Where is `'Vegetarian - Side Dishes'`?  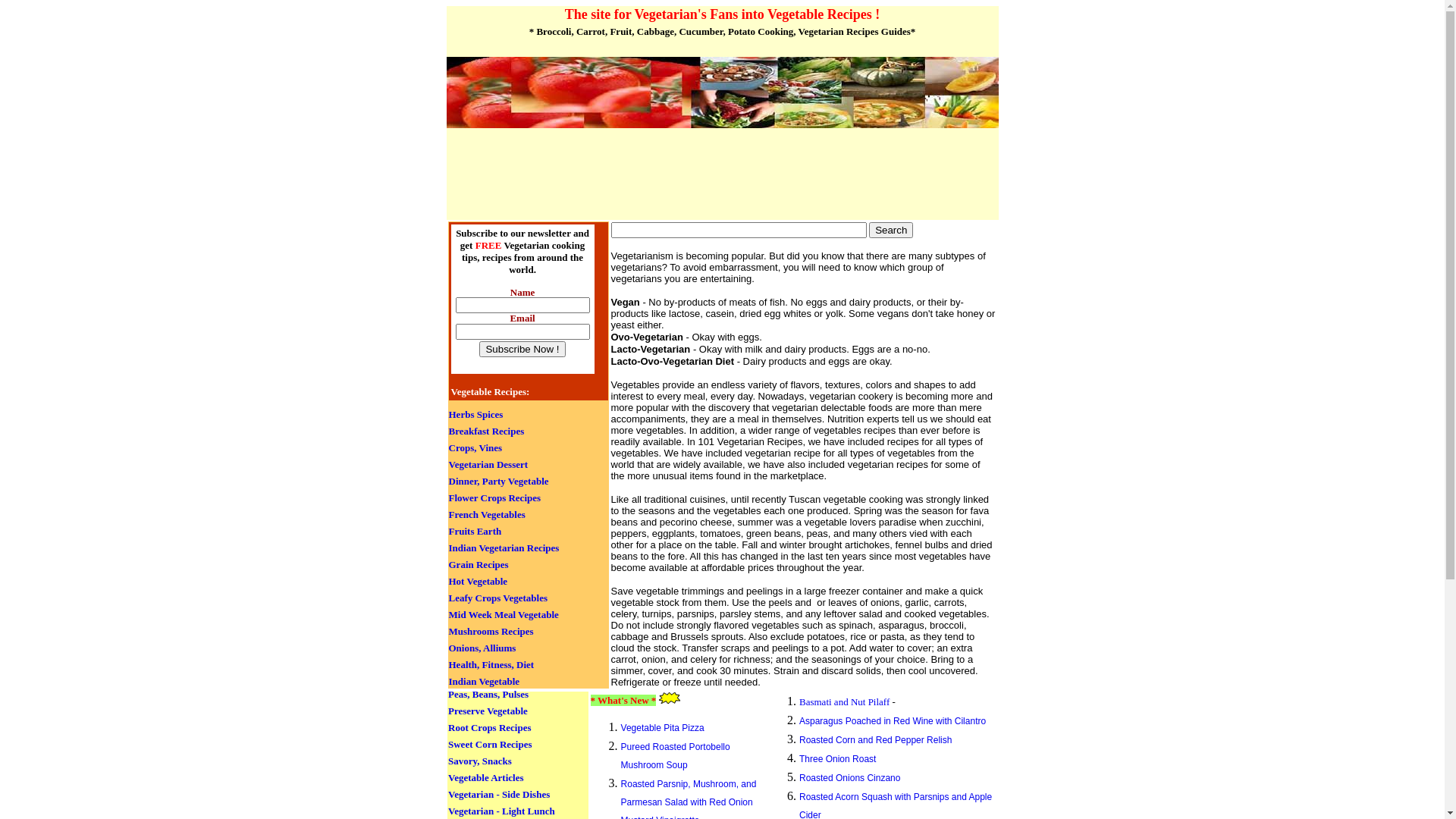
'Vegetarian - Side Dishes' is located at coordinates (498, 793).